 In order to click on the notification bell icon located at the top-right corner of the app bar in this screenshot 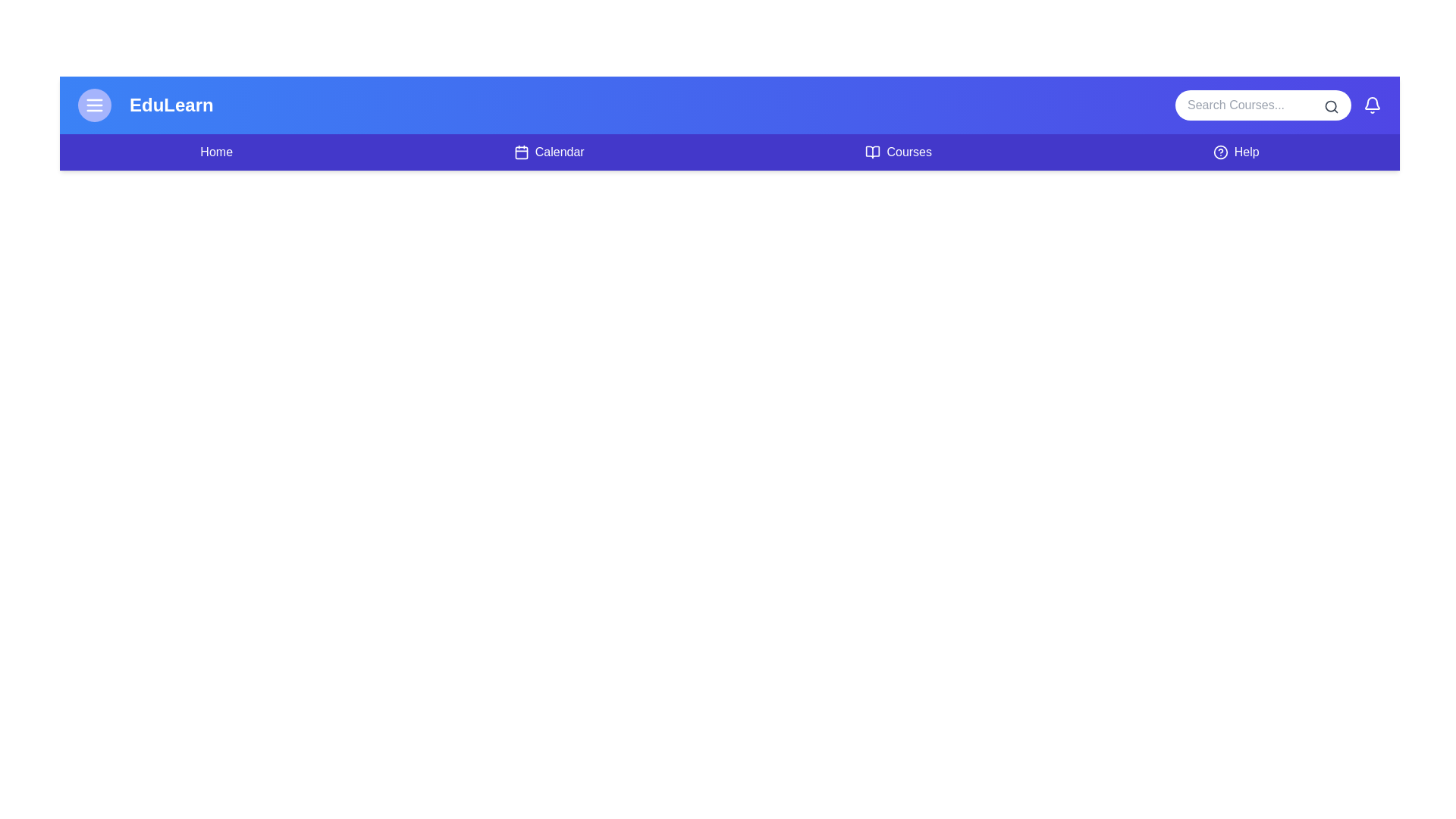, I will do `click(1372, 104)`.